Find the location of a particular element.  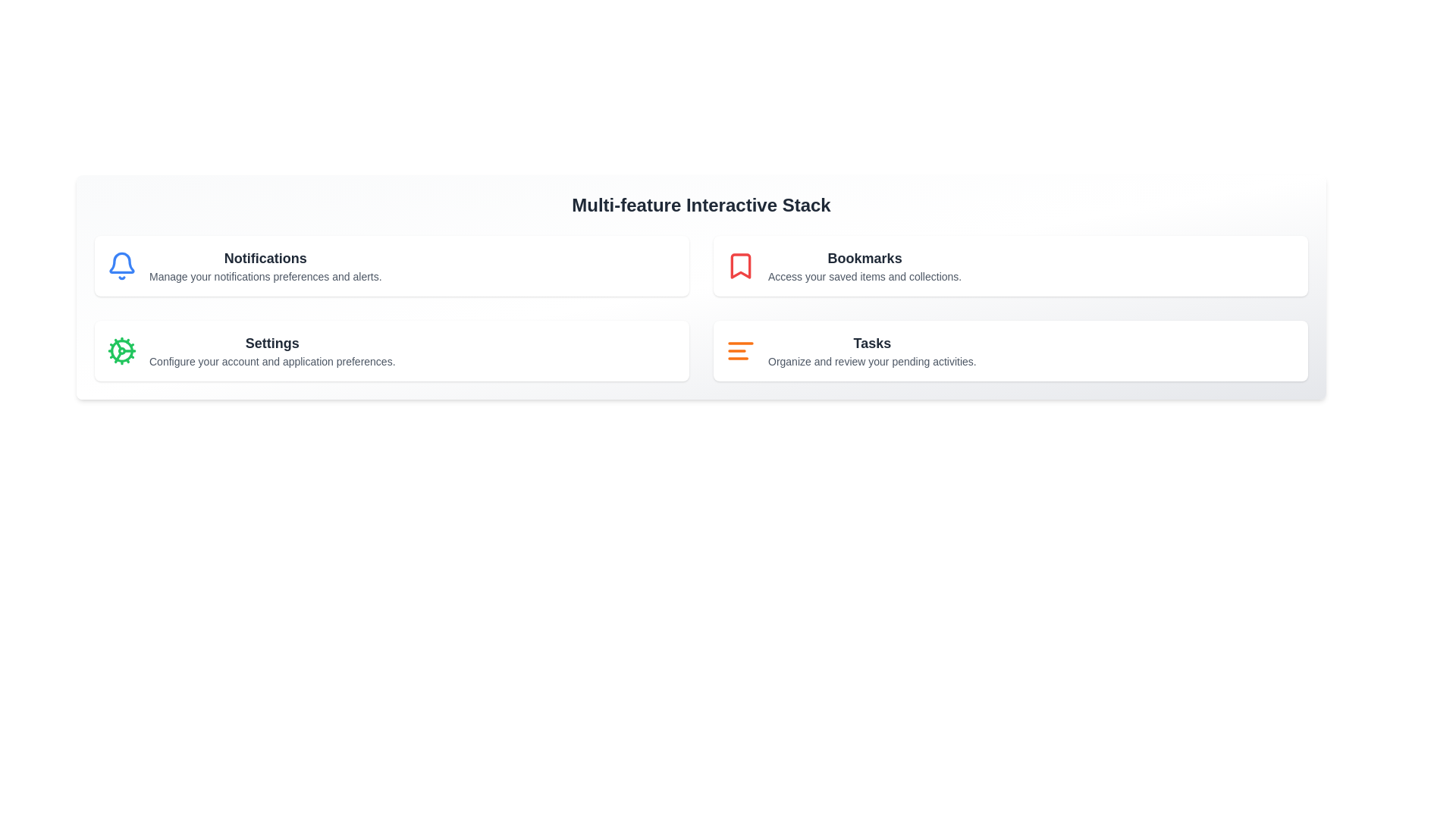

the informational panel labeled 'Bookmarks' which has a bolded header and a red bookmark-shaped icon is located at coordinates (1011, 265).